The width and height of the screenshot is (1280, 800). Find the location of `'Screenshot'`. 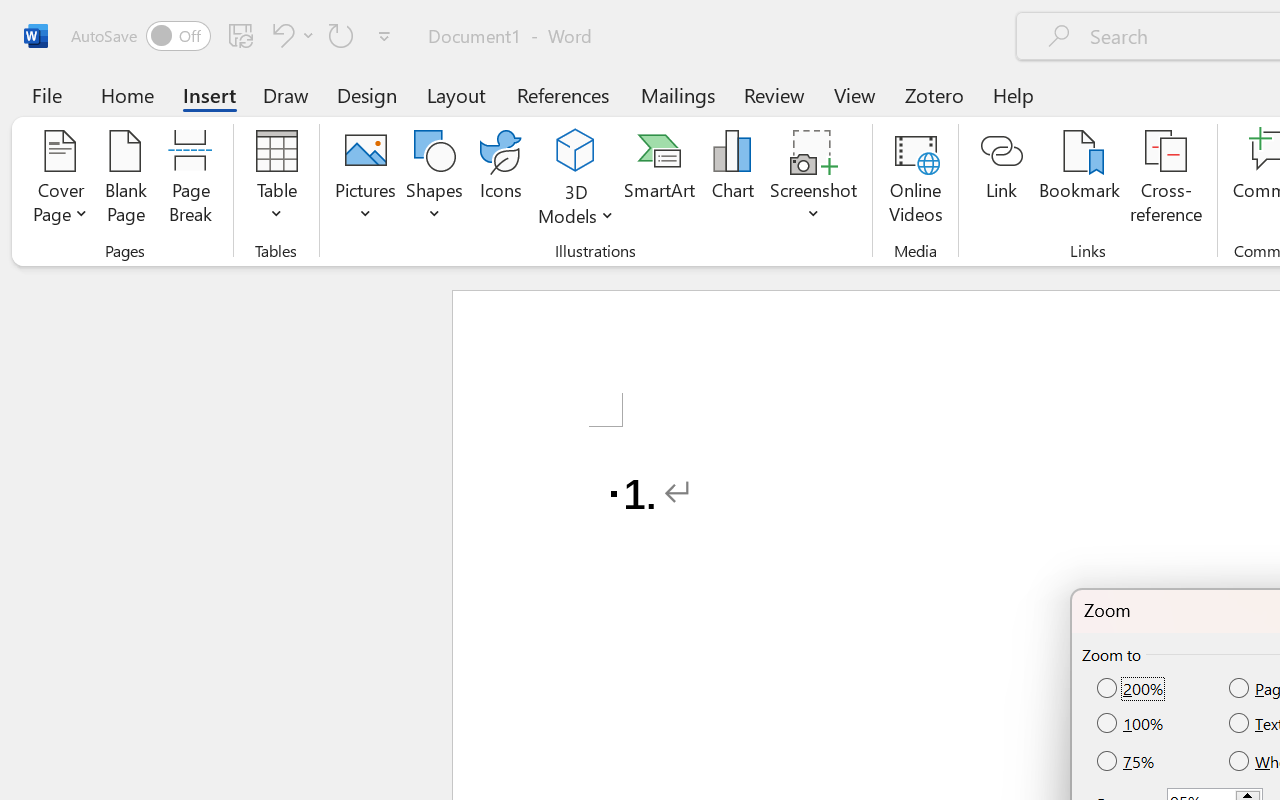

'Screenshot' is located at coordinates (814, 179).